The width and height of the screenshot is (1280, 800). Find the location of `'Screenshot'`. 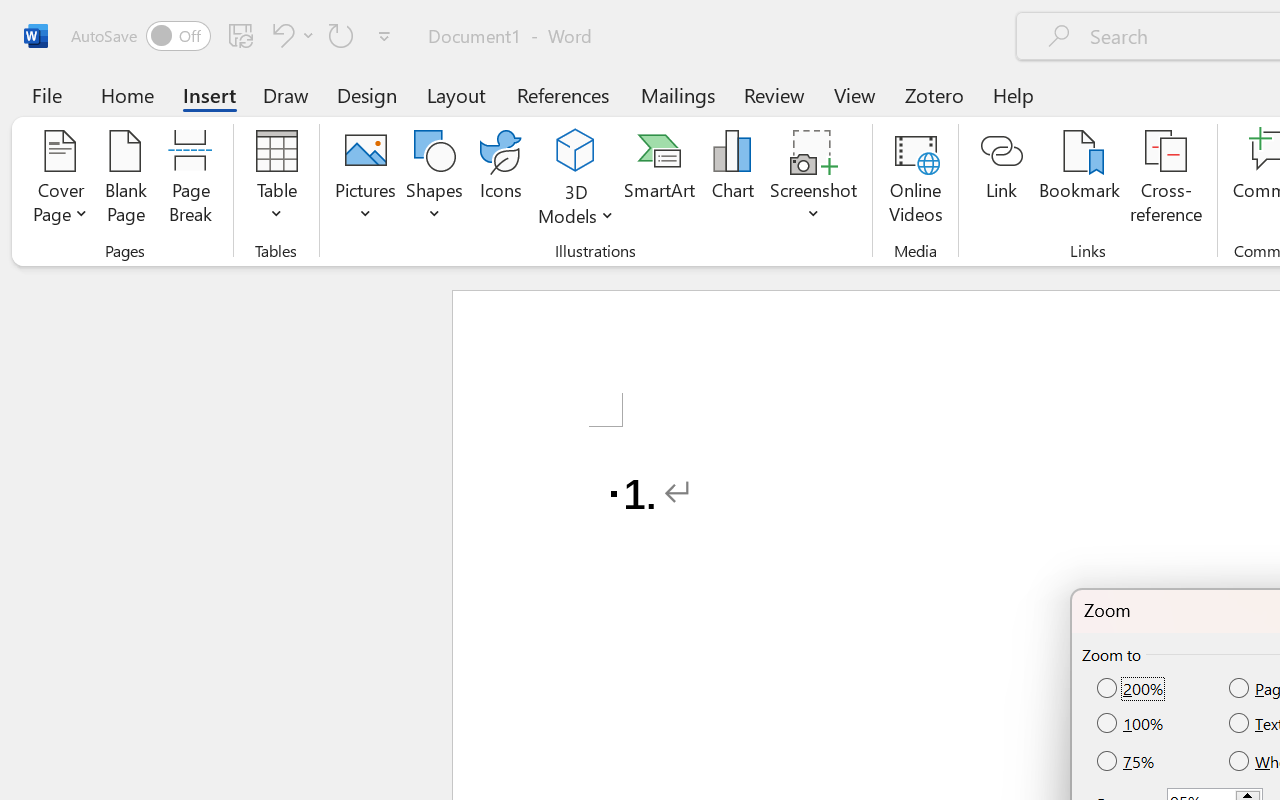

'Screenshot' is located at coordinates (814, 179).